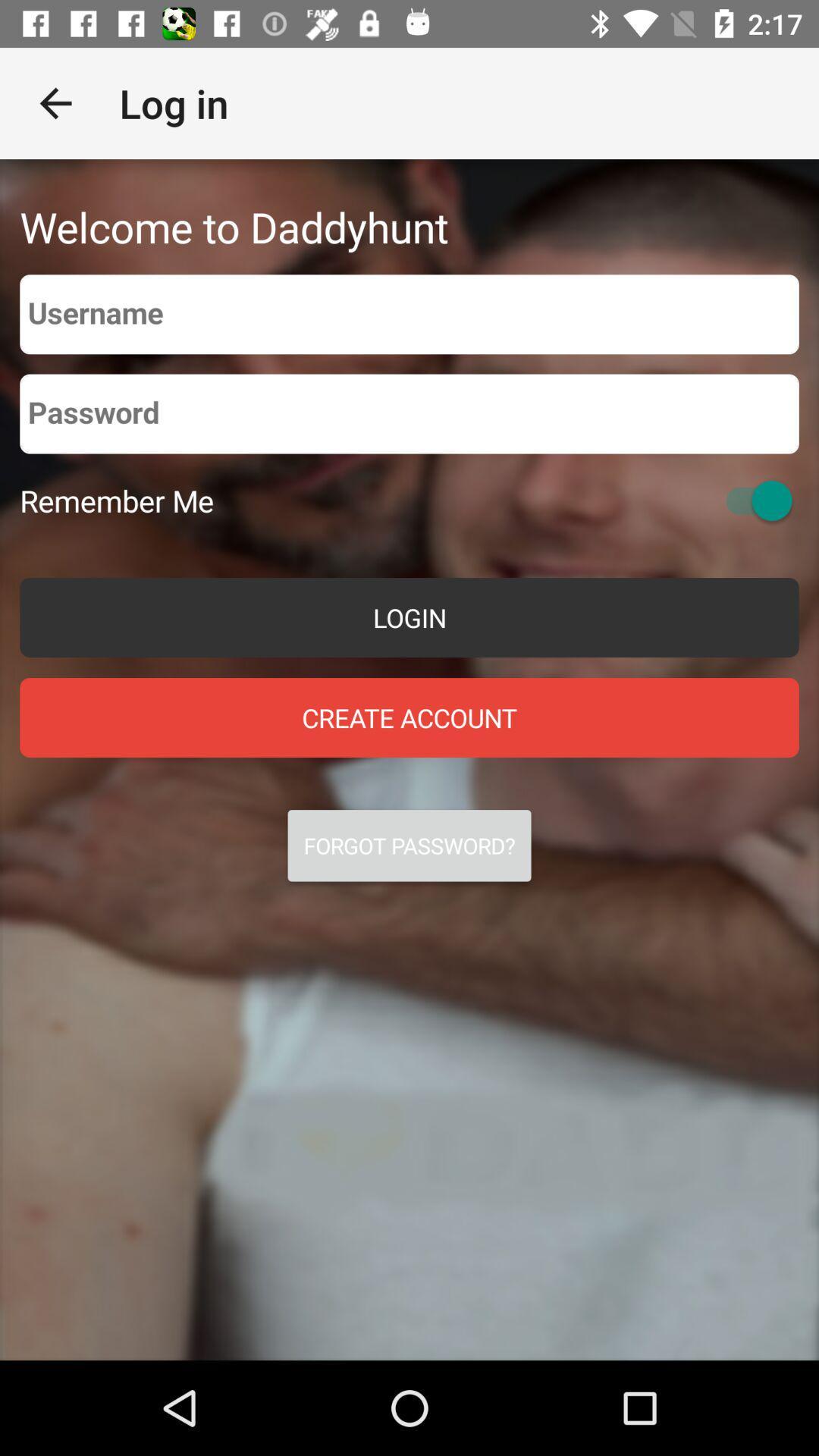  I want to click on password, so click(409, 414).